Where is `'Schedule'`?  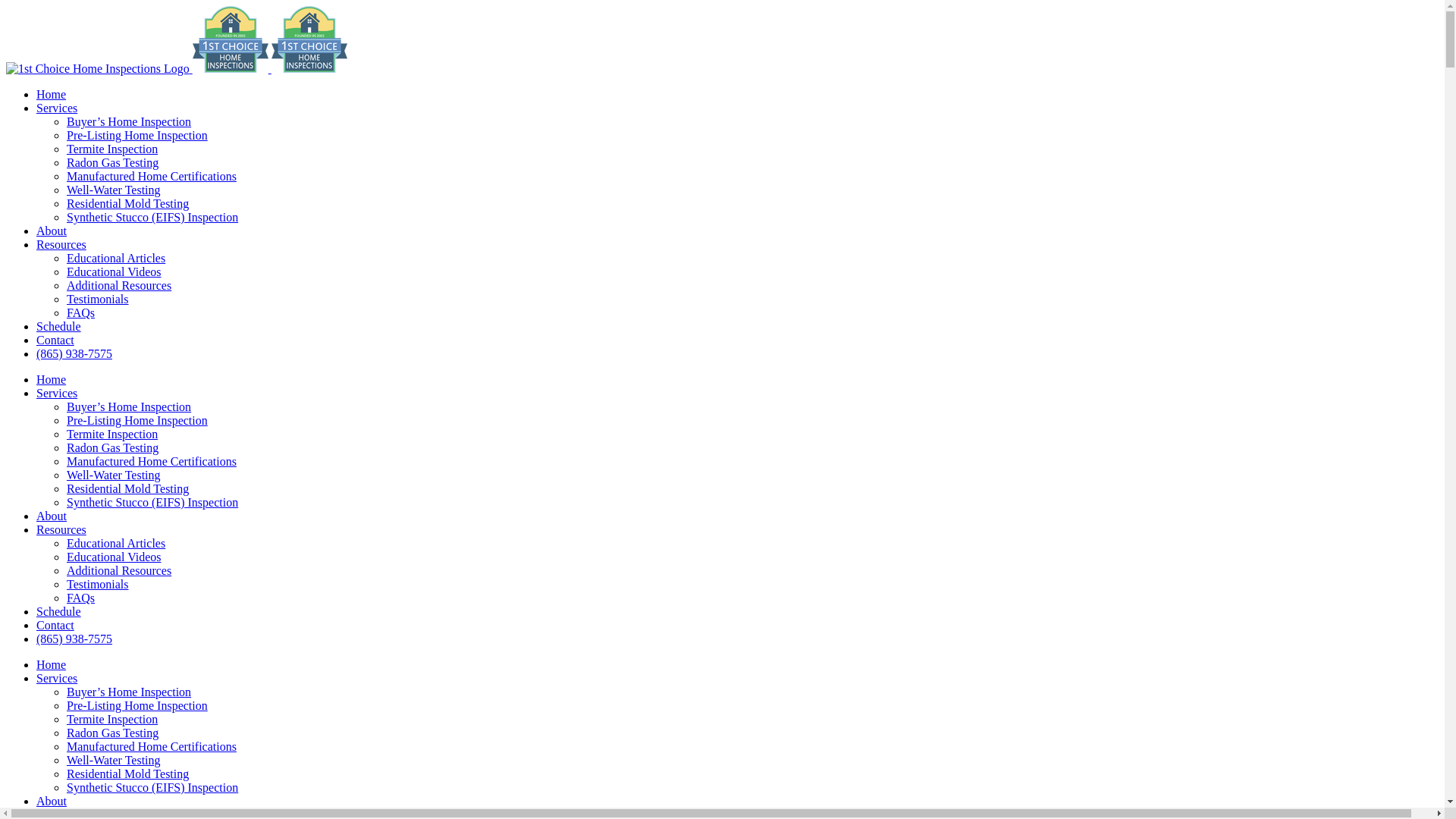
'Schedule' is located at coordinates (58, 325).